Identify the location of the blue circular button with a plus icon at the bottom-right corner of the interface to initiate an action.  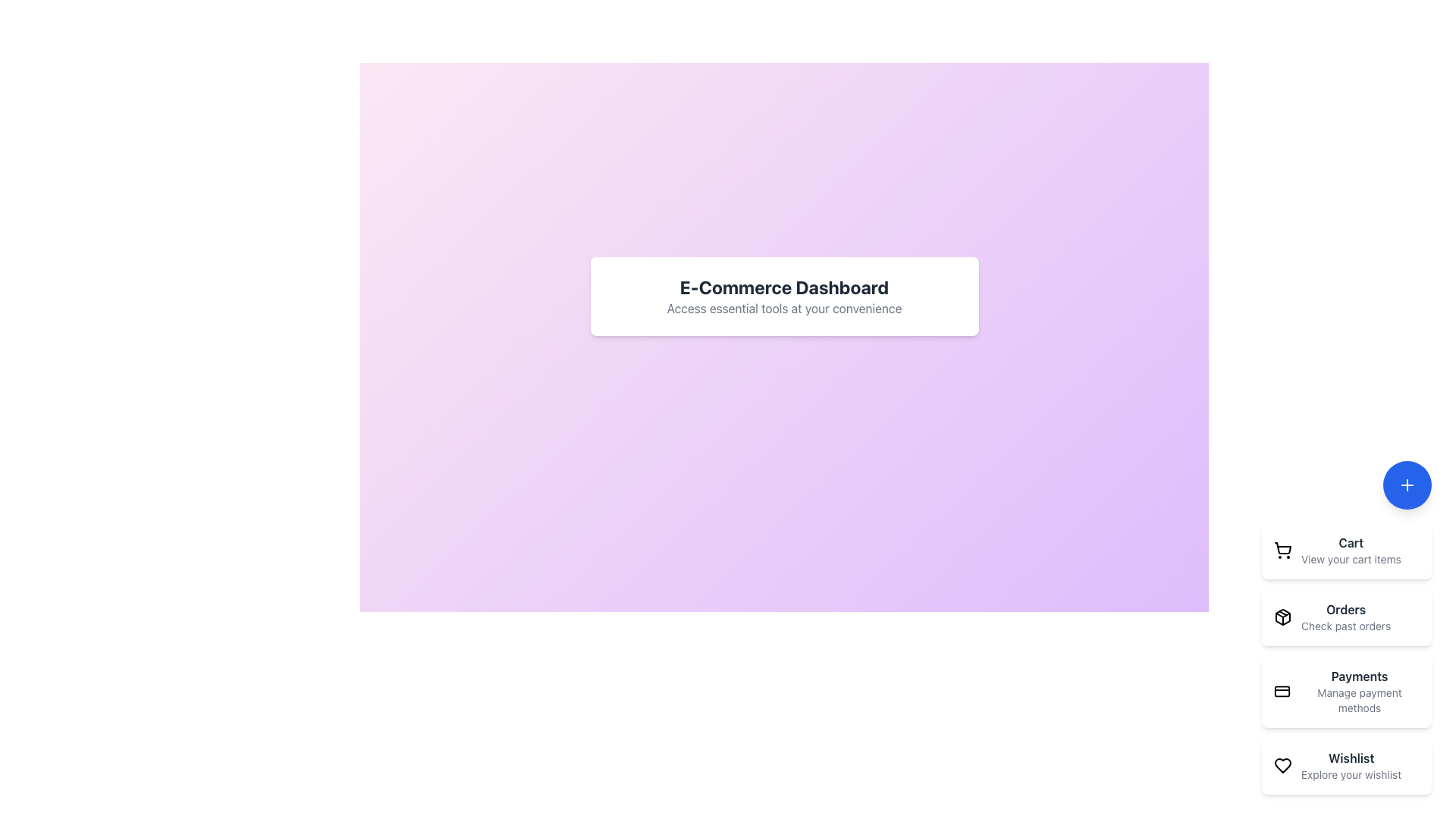
(1407, 485).